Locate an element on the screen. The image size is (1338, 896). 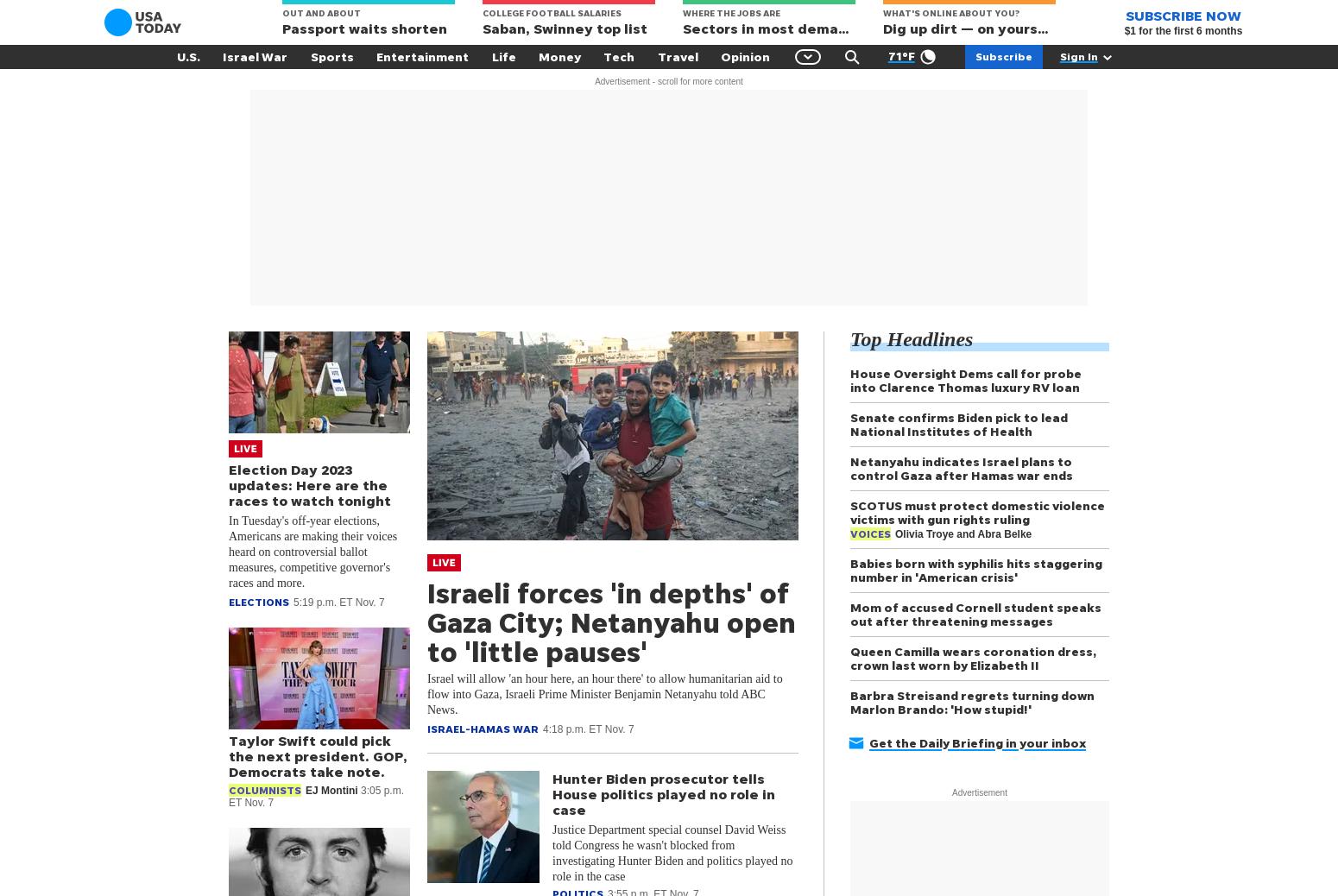
'Election Day 2023 updates: Here are the races to watch tonight' is located at coordinates (308, 483).